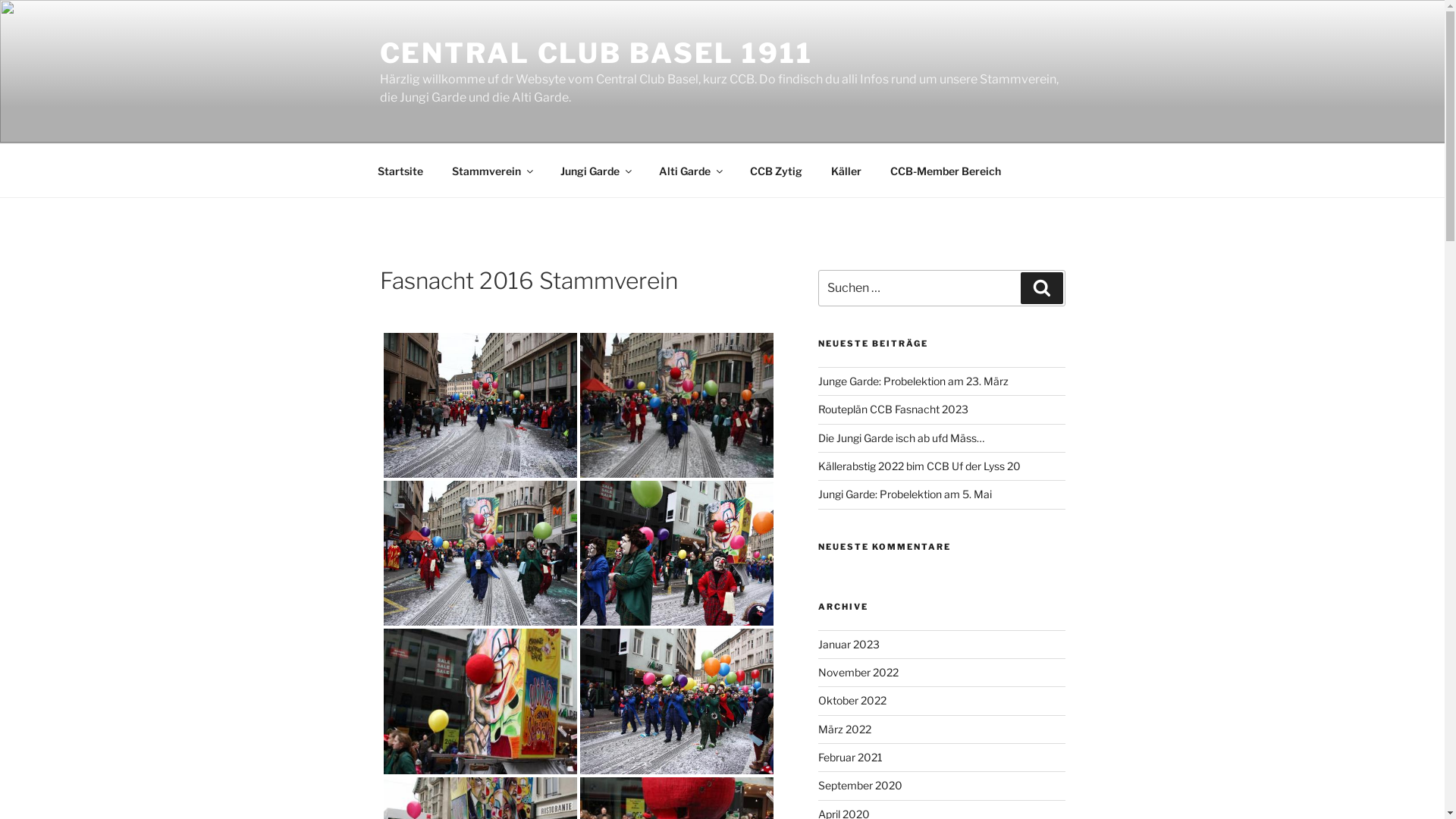 The width and height of the screenshot is (1456, 819). What do you see at coordinates (905, 494) in the screenshot?
I see `'Jungi Garde: Probelektion am 5. Mai'` at bounding box center [905, 494].